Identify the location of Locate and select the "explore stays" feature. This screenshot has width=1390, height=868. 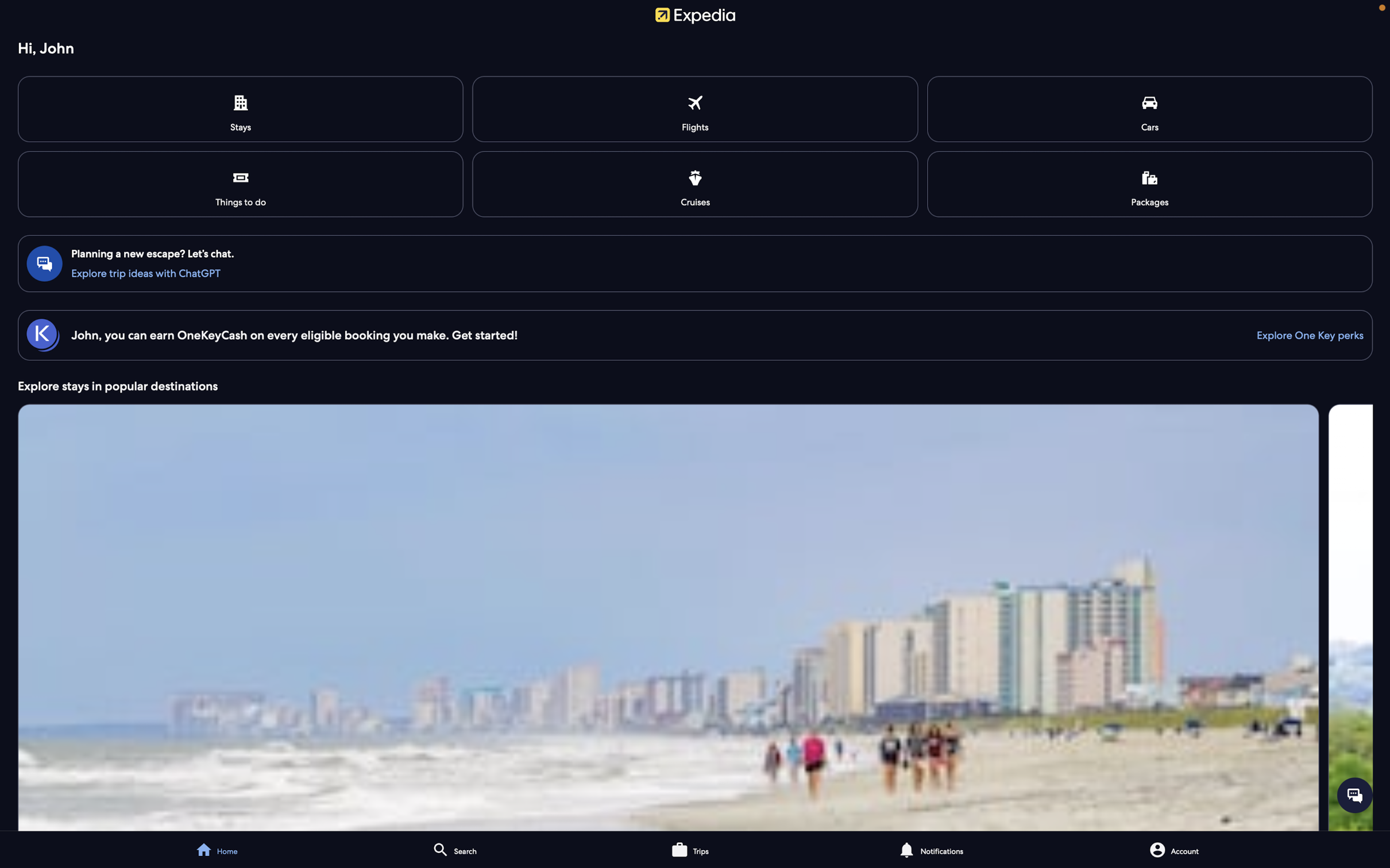
(695, 615).